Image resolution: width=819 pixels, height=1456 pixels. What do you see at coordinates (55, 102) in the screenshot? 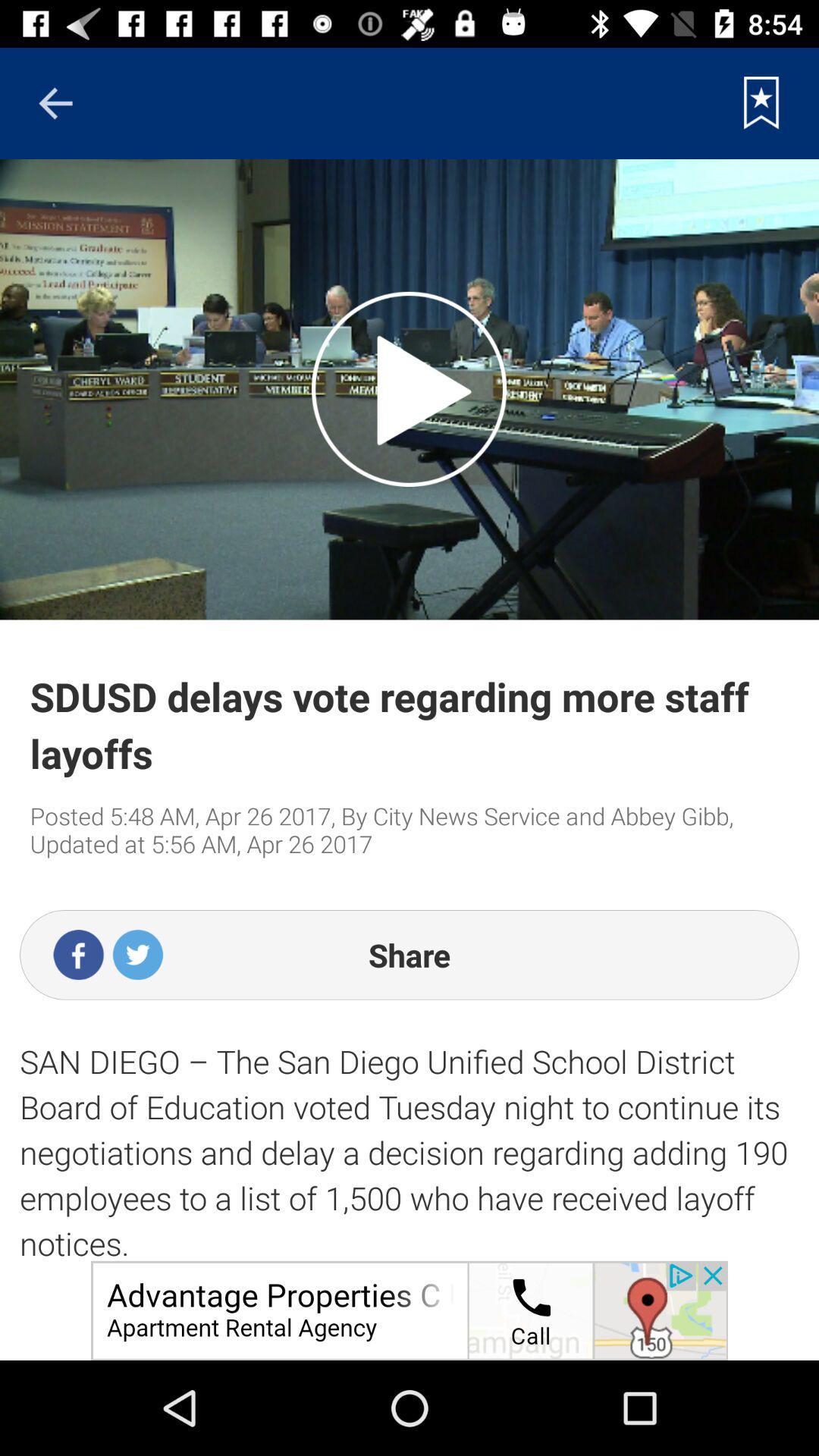
I see `the arrow_backward icon` at bounding box center [55, 102].